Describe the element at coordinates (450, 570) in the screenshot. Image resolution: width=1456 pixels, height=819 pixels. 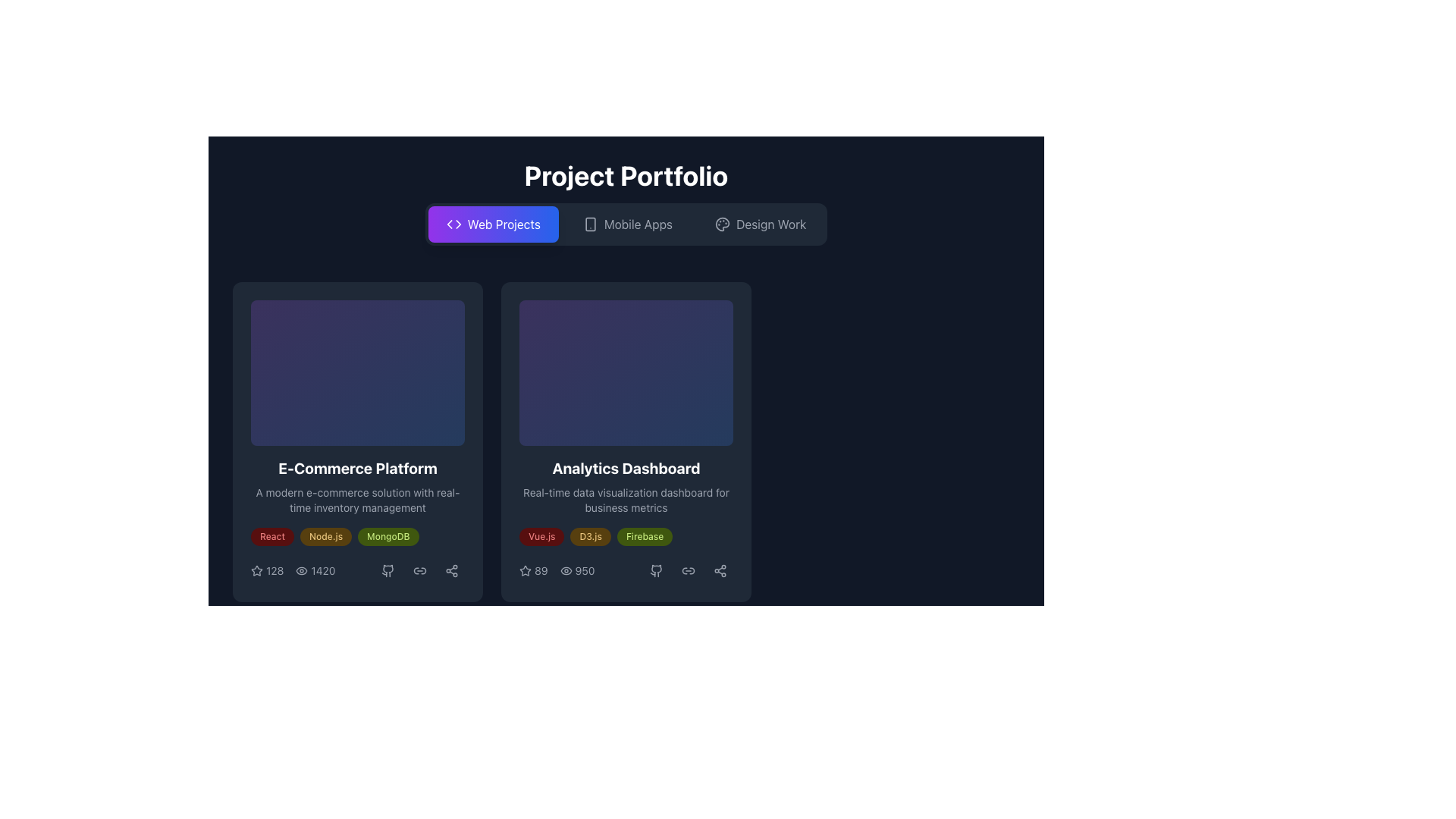
I see `the share functionality icon, which is a circular icon with three small circular nodes connected by lines in a triangular layout, located at the bottom-right corner of the card labeled 'E-Commerce Platform'` at that location.